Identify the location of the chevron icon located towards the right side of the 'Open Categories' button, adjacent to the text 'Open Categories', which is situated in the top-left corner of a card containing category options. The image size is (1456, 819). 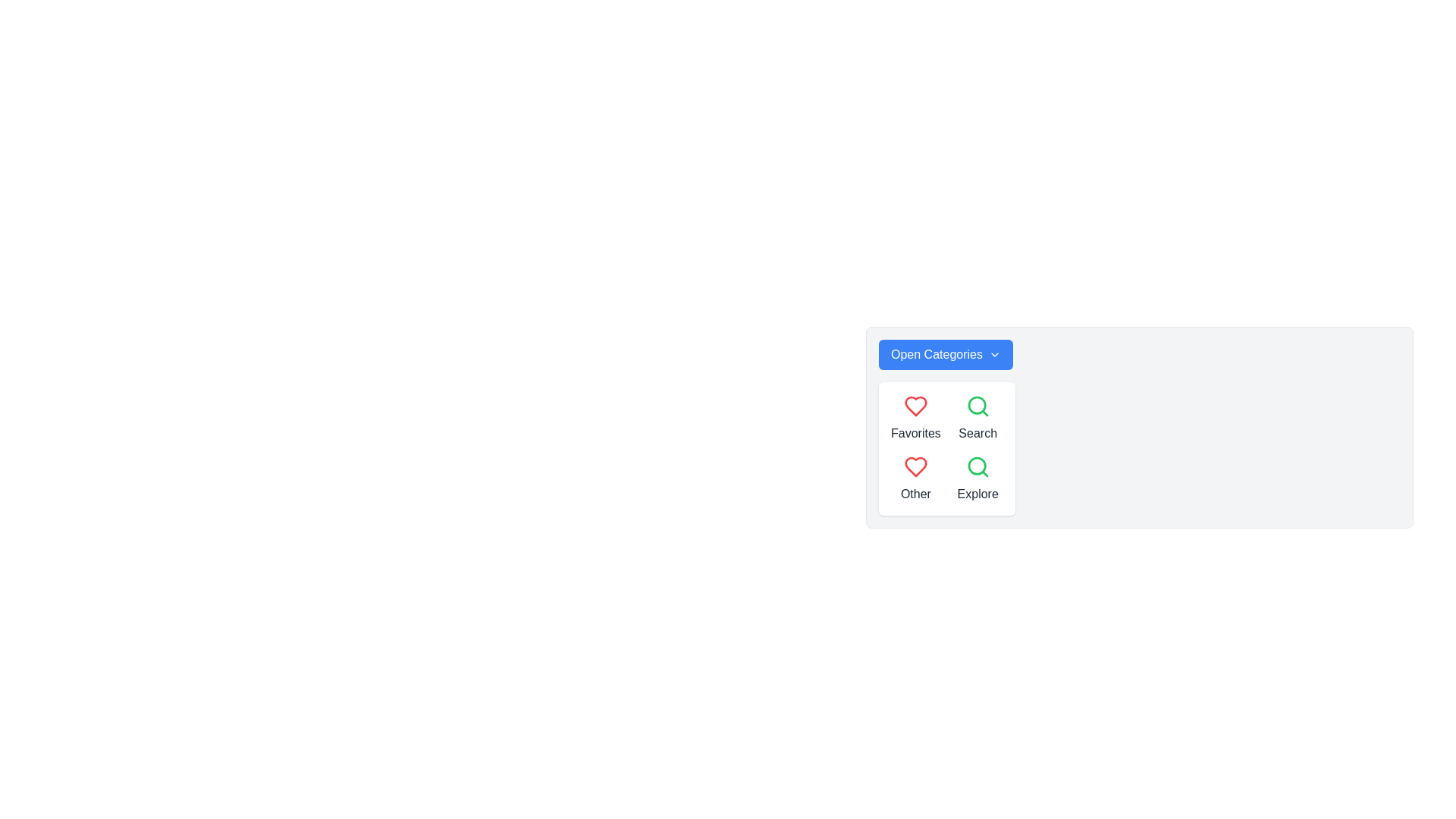
(994, 354).